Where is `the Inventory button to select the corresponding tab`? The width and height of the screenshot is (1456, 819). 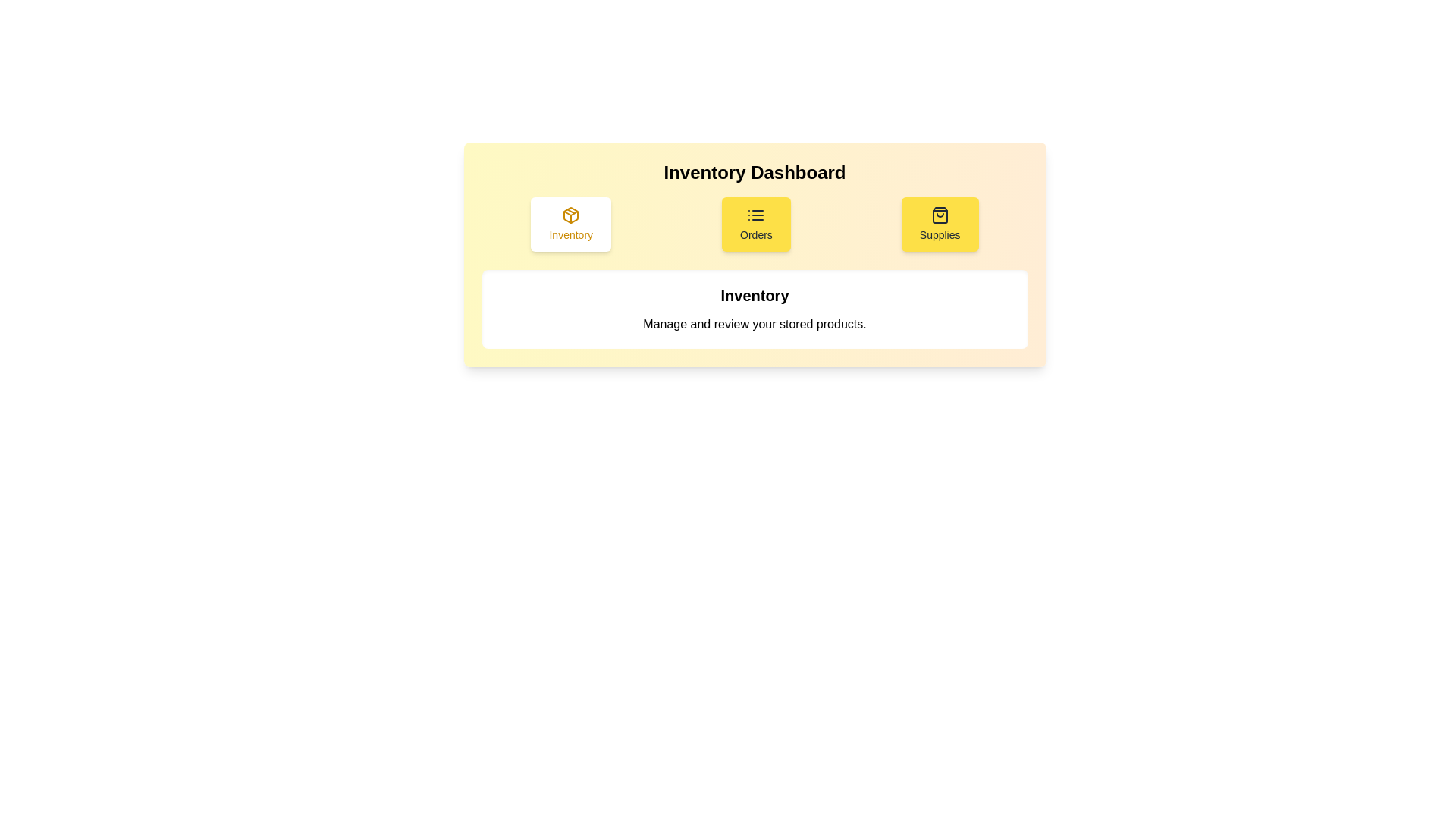 the Inventory button to select the corresponding tab is located at coordinates (570, 224).